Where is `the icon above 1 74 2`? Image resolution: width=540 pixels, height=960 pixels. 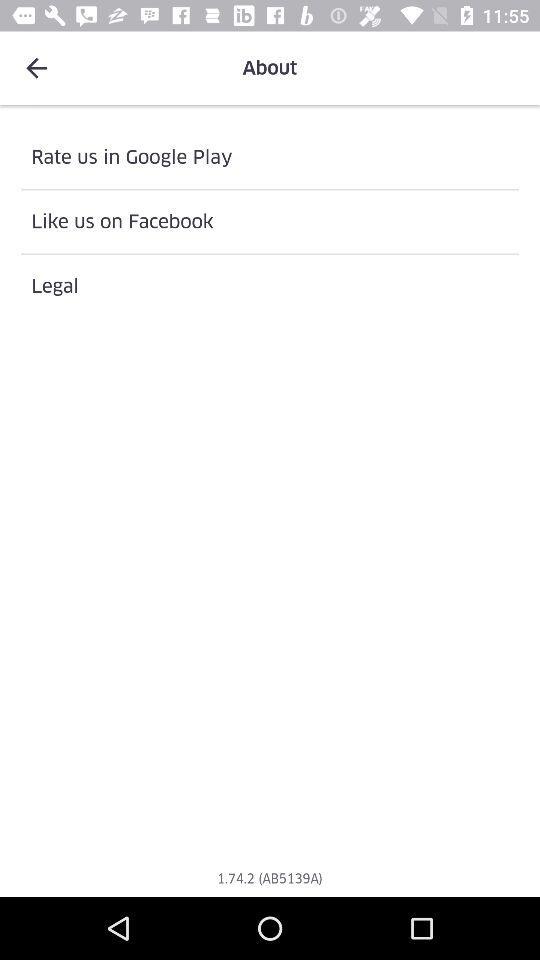 the icon above 1 74 2 is located at coordinates (270, 285).